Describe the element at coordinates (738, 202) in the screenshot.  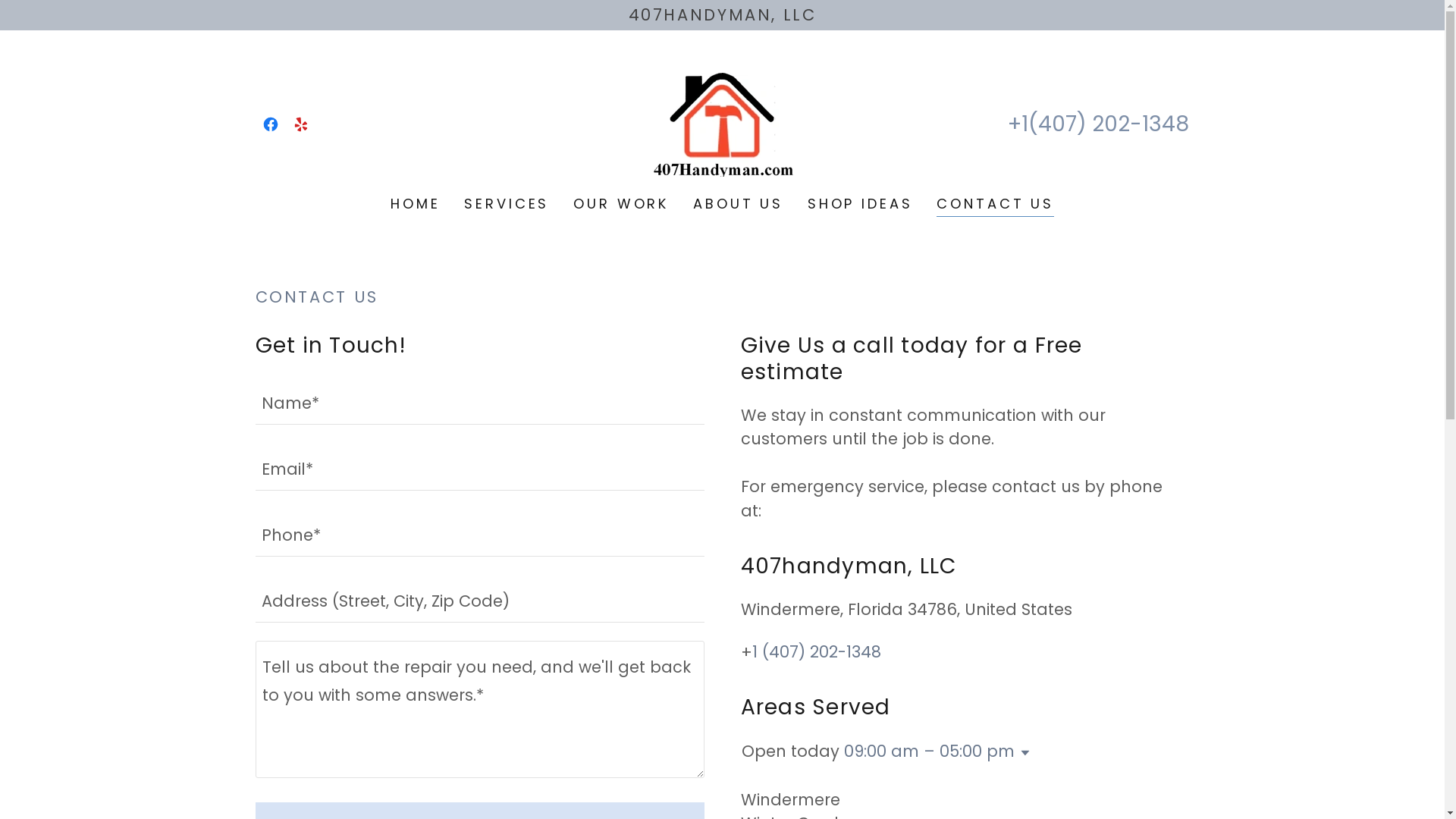
I see `'ABOUT US'` at that location.